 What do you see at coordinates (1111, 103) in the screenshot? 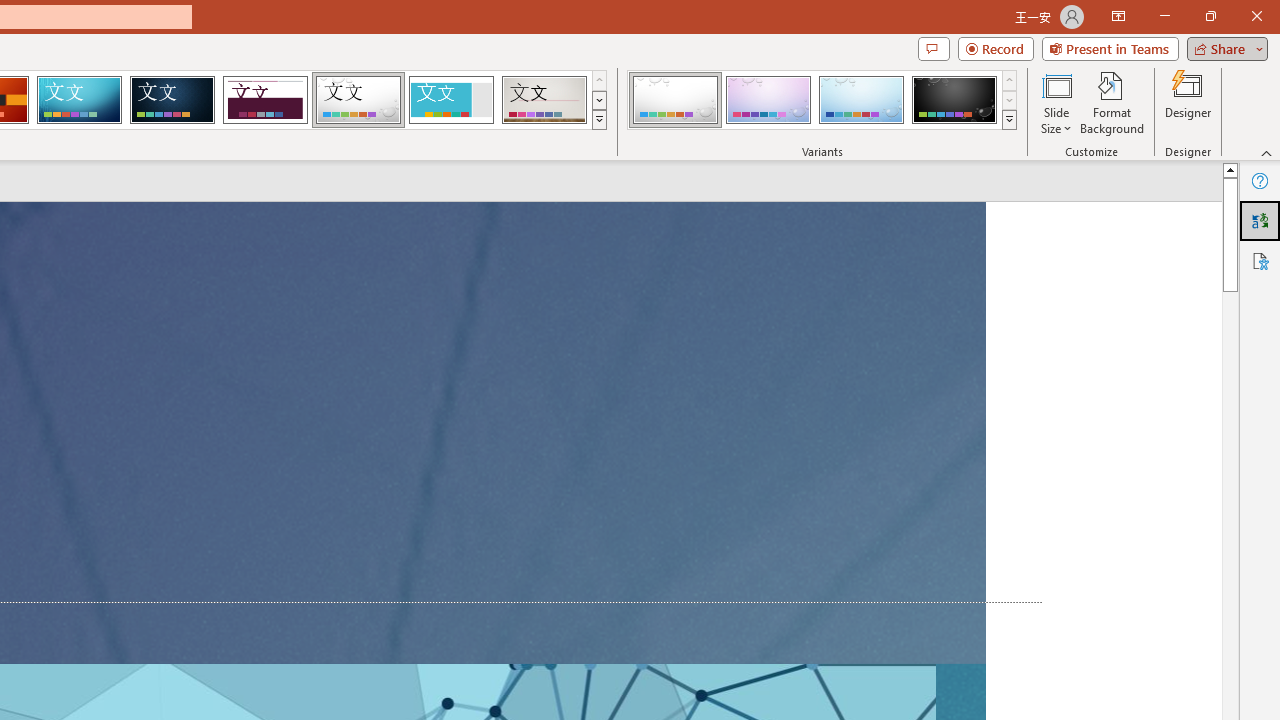
I see `'Format Background'` at bounding box center [1111, 103].